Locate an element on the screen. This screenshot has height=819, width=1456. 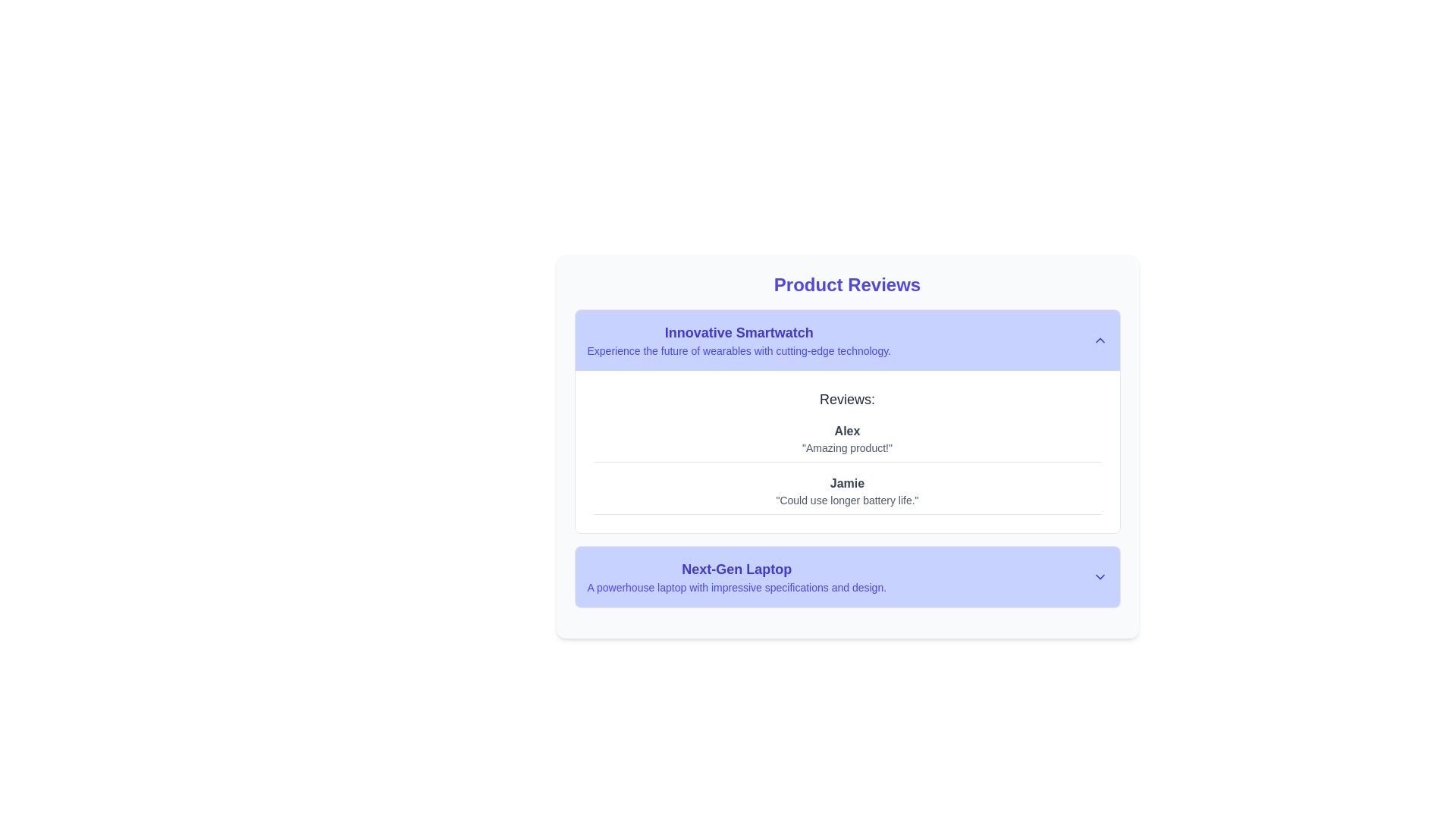
the text block titled 'Next-Gen Laptop' which includes a subtitle below it, located at the bottom section of the interface is located at coordinates (736, 576).